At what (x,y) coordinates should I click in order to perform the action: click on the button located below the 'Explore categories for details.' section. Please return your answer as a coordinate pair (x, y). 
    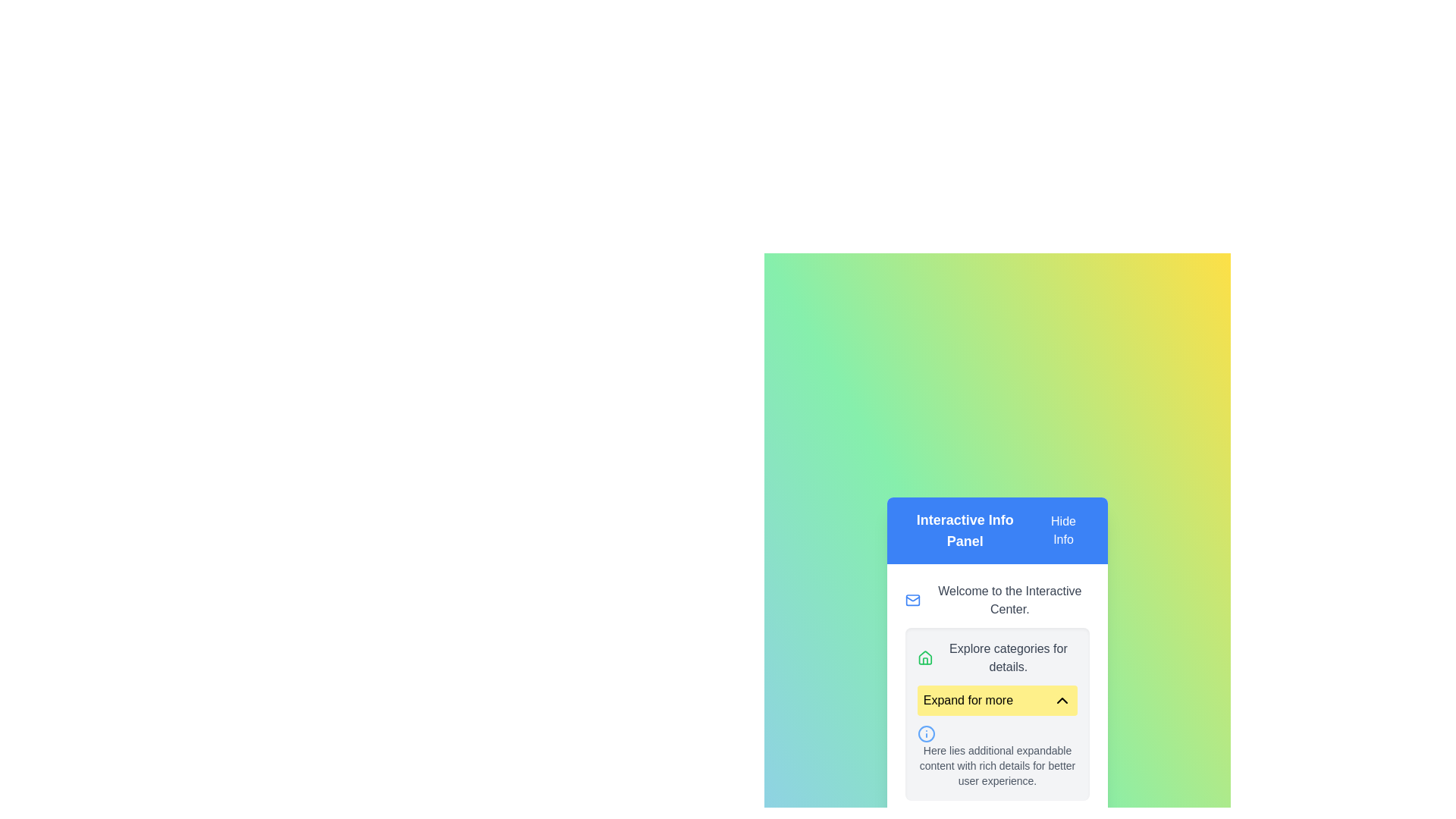
    Looking at the image, I should click on (997, 714).